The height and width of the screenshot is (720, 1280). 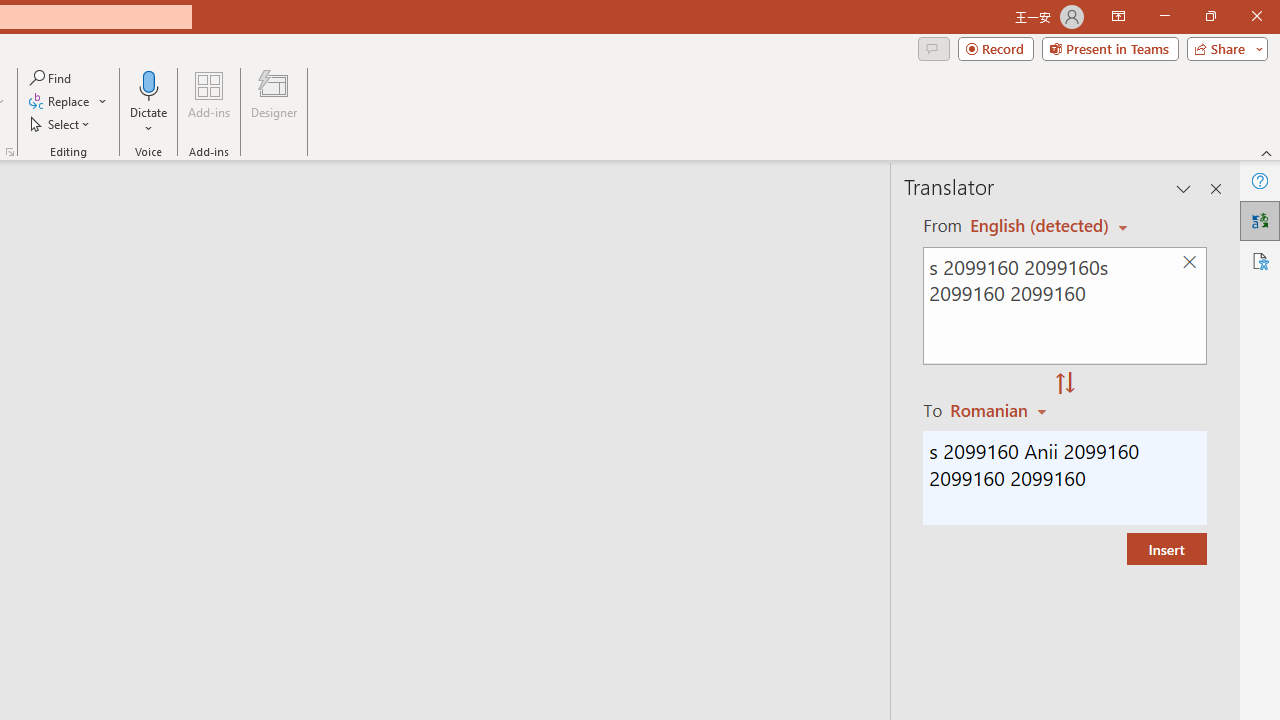 What do you see at coordinates (1001, 409) in the screenshot?
I see `'Romanian'` at bounding box center [1001, 409].